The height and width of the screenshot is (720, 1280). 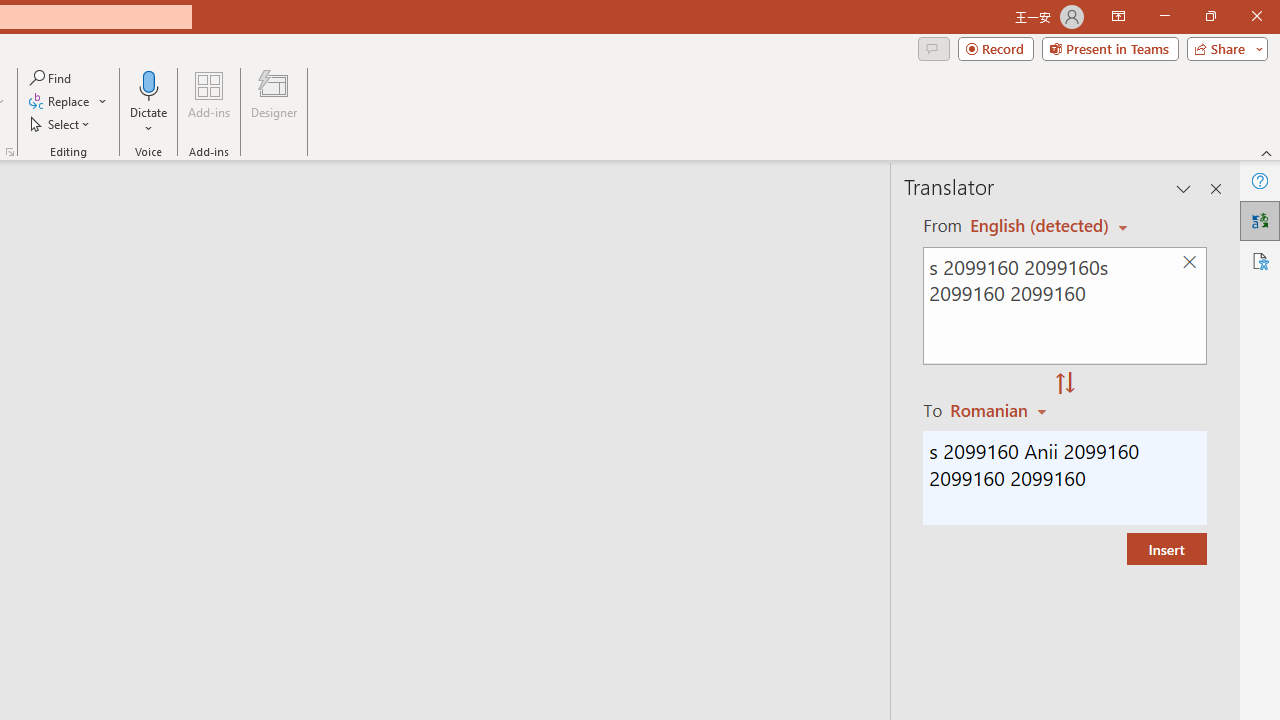 What do you see at coordinates (1001, 409) in the screenshot?
I see `'Romanian'` at bounding box center [1001, 409].